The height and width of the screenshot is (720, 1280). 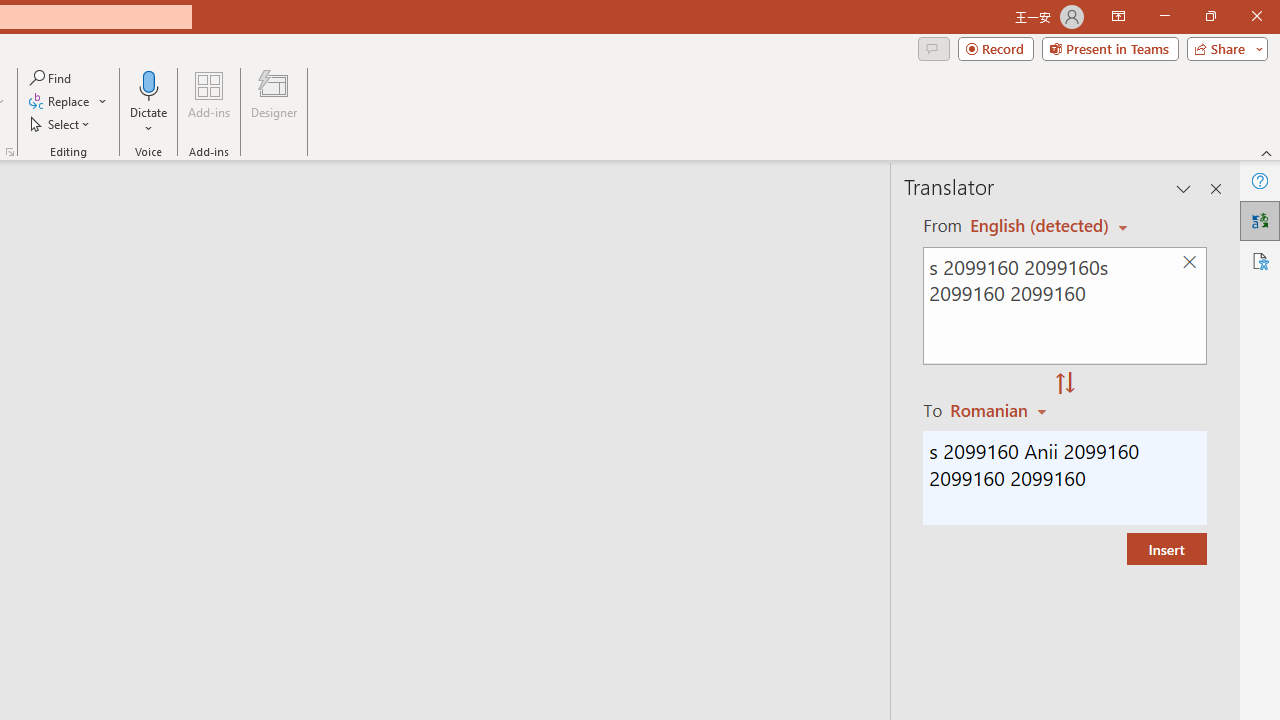 What do you see at coordinates (1001, 409) in the screenshot?
I see `'Romanian'` at bounding box center [1001, 409].